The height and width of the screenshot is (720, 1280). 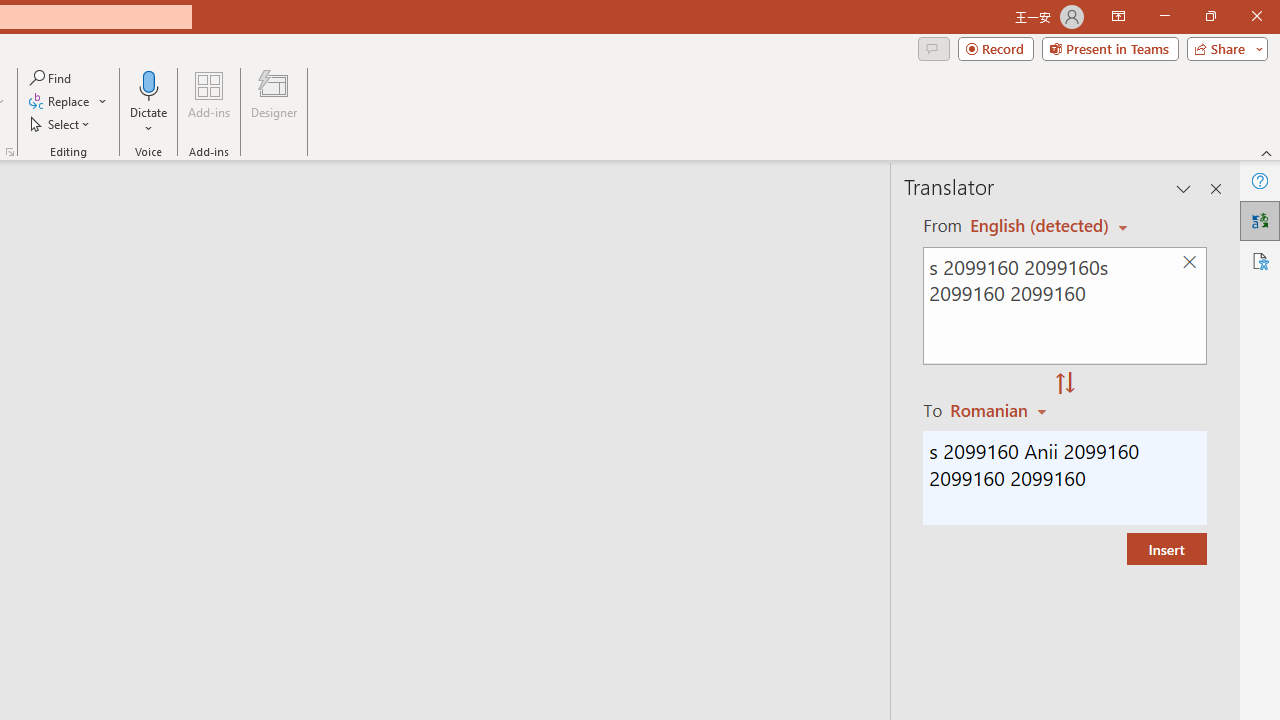 What do you see at coordinates (1001, 409) in the screenshot?
I see `'Romanian'` at bounding box center [1001, 409].